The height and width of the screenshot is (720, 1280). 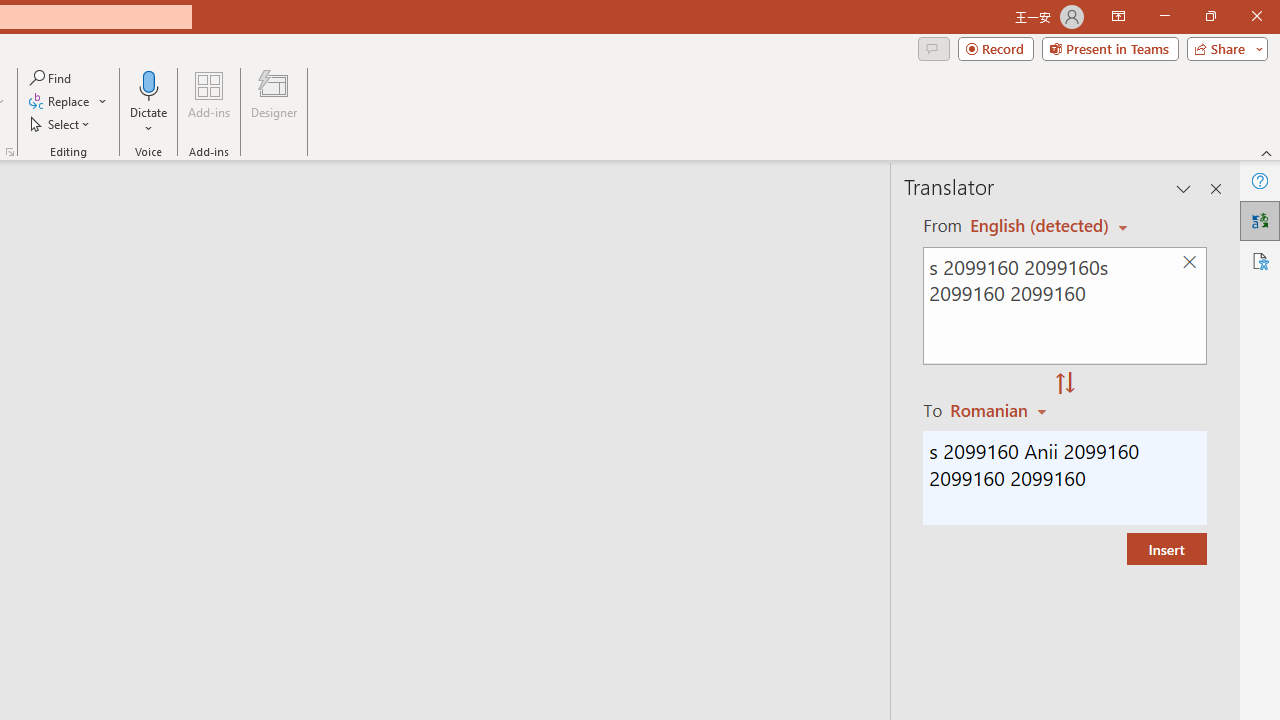 What do you see at coordinates (1001, 409) in the screenshot?
I see `'Romanian'` at bounding box center [1001, 409].